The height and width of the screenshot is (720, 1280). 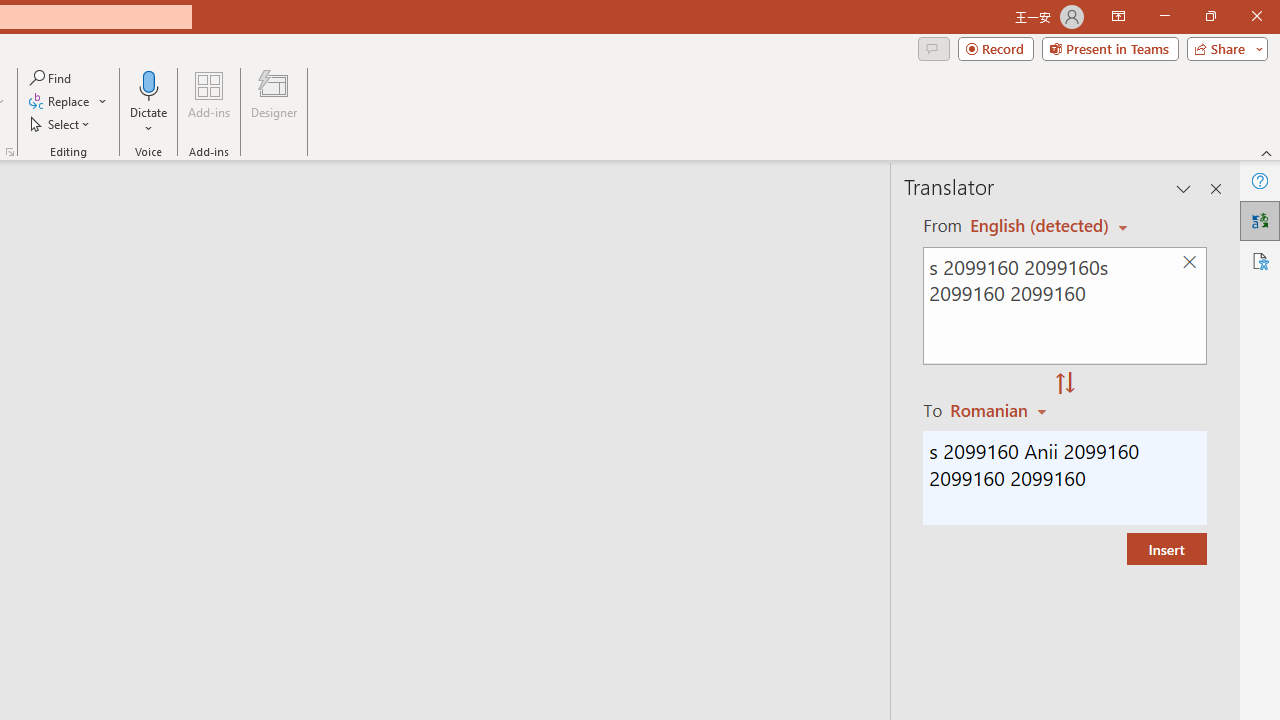 What do you see at coordinates (1001, 409) in the screenshot?
I see `'Romanian'` at bounding box center [1001, 409].